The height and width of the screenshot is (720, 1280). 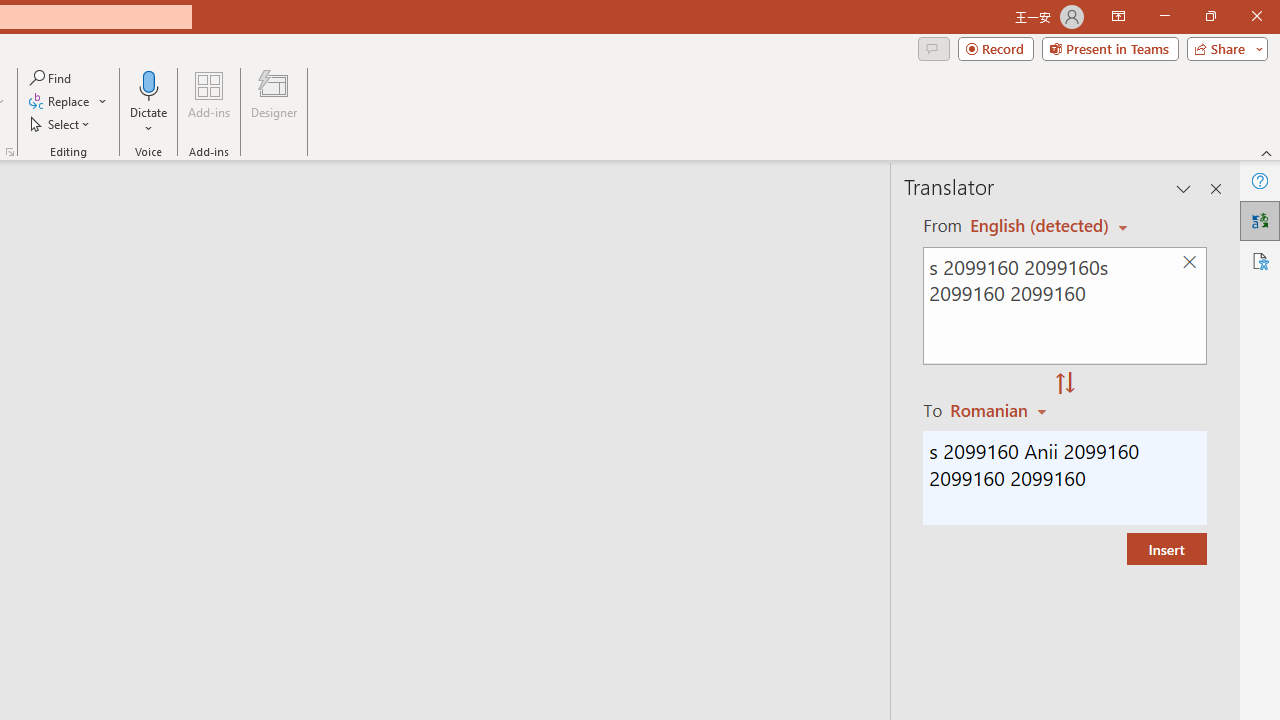 What do you see at coordinates (1001, 409) in the screenshot?
I see `'Romanian'` at bounding box center [1001, 409].